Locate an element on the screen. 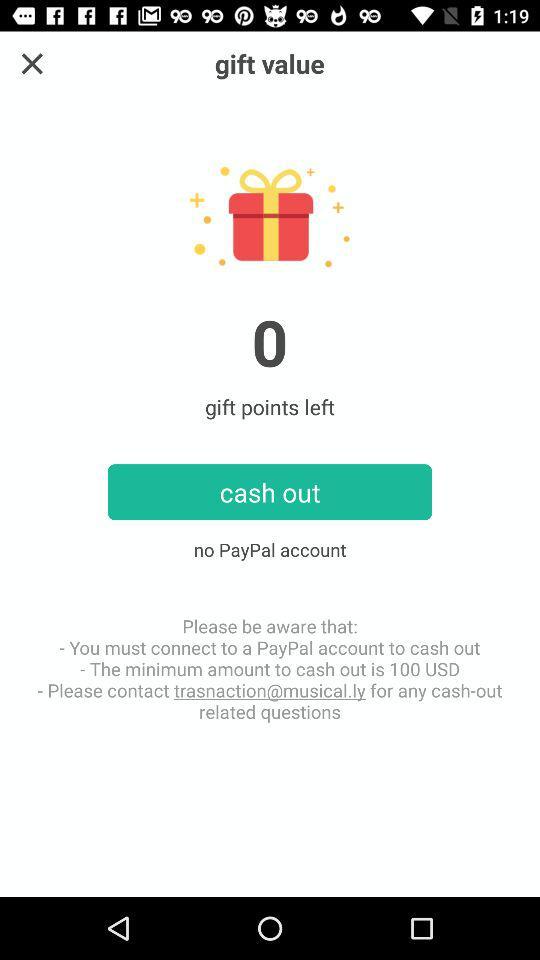 This screenshot has width=540, height=960. the icon next to gift value item is located at coordinates (31, 63).